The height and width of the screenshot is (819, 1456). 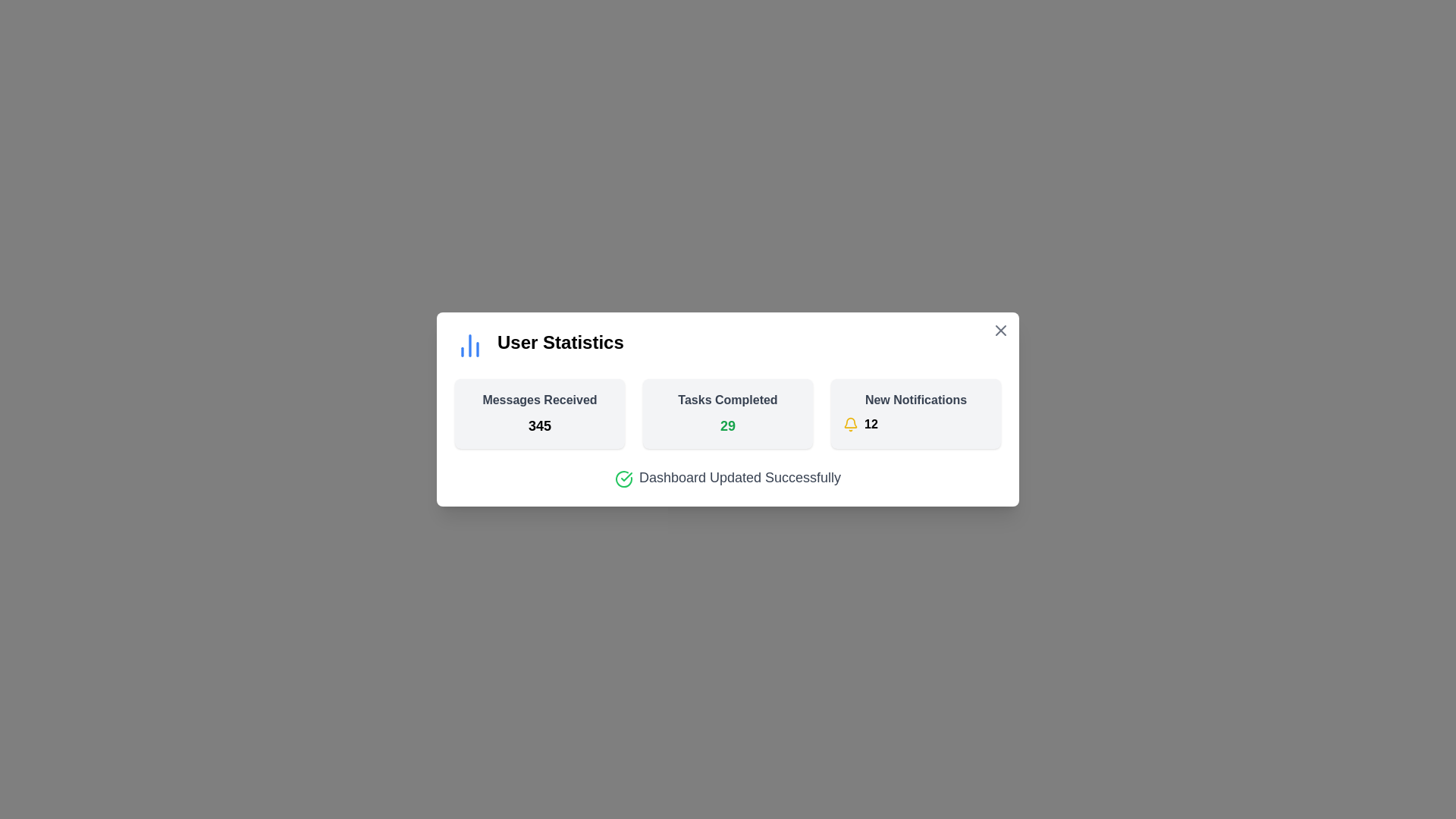 I want to click on the Display Card element that shows 'Tasks Completed' with the number '29' in bold green text, located between the 'Messages Received' and 'New Notifications' cards, so click(x=728, y=414).